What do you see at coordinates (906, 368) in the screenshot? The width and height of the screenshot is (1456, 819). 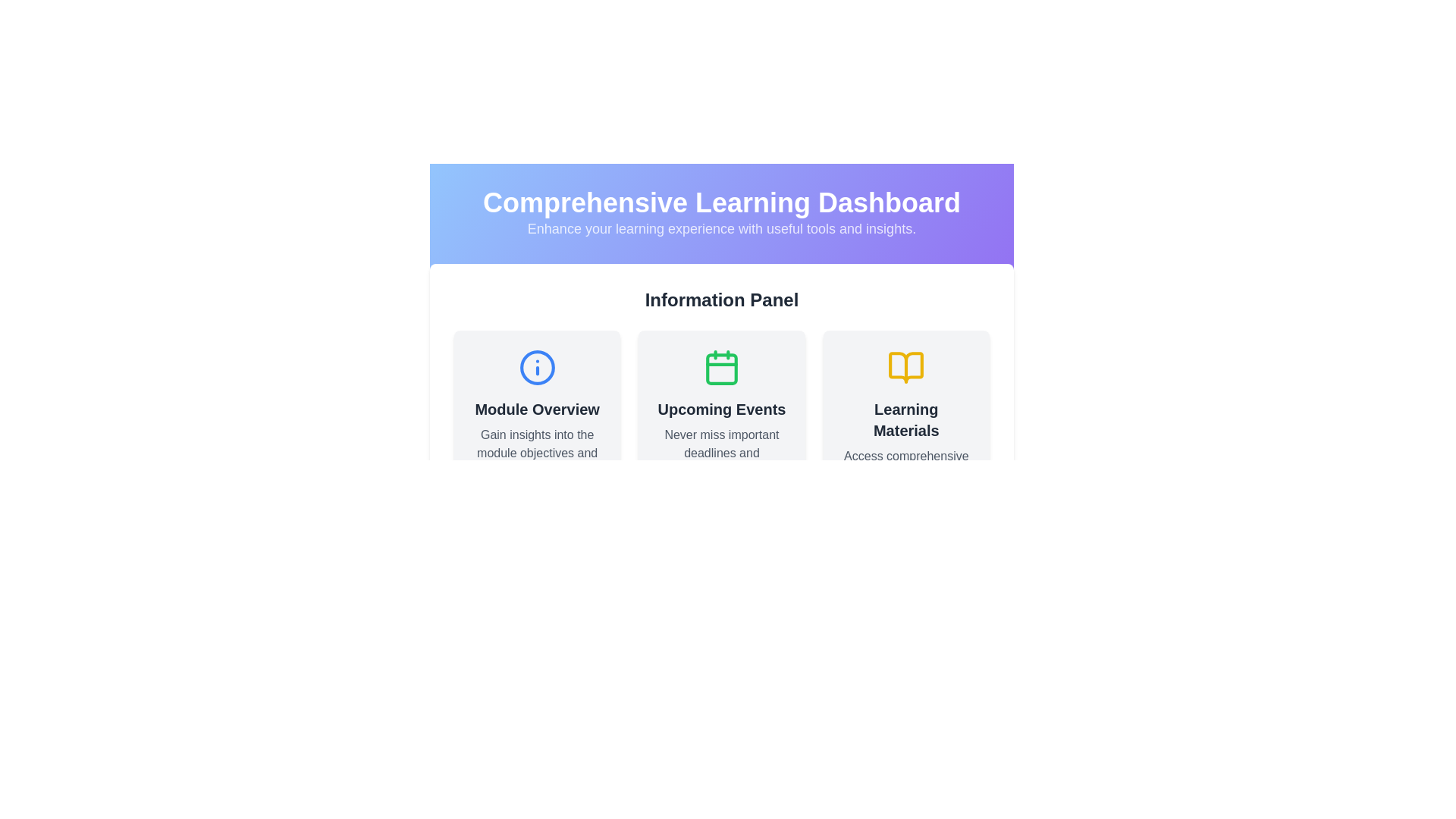 I see `the open book icon located at the top center of the 'Learning Materials' card, which is the third card in a row of three under the 'Information Panel' section` at bounding box center [906, 368].